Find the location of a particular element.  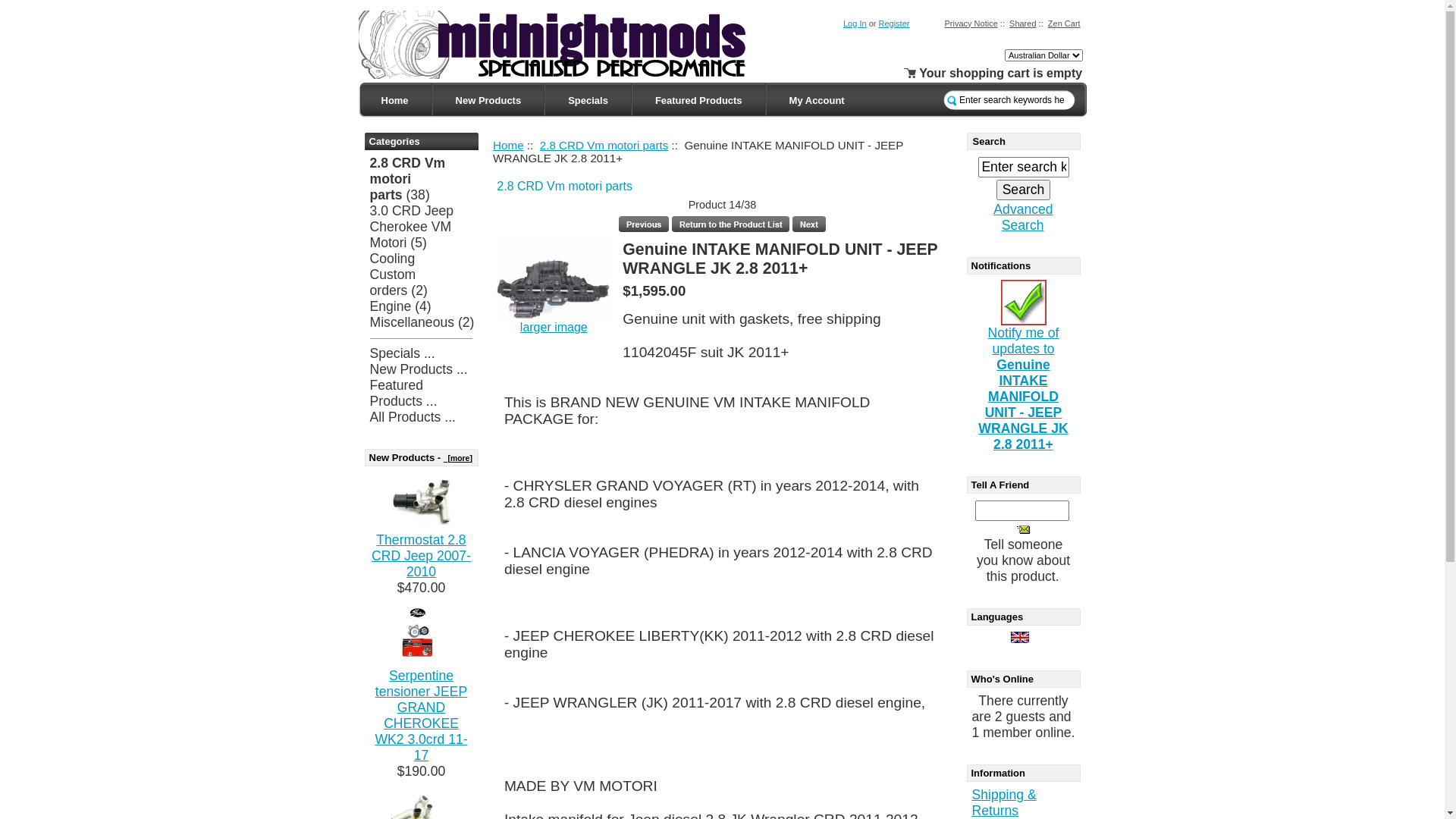

'New Products' is located at coordinates (488, 100).